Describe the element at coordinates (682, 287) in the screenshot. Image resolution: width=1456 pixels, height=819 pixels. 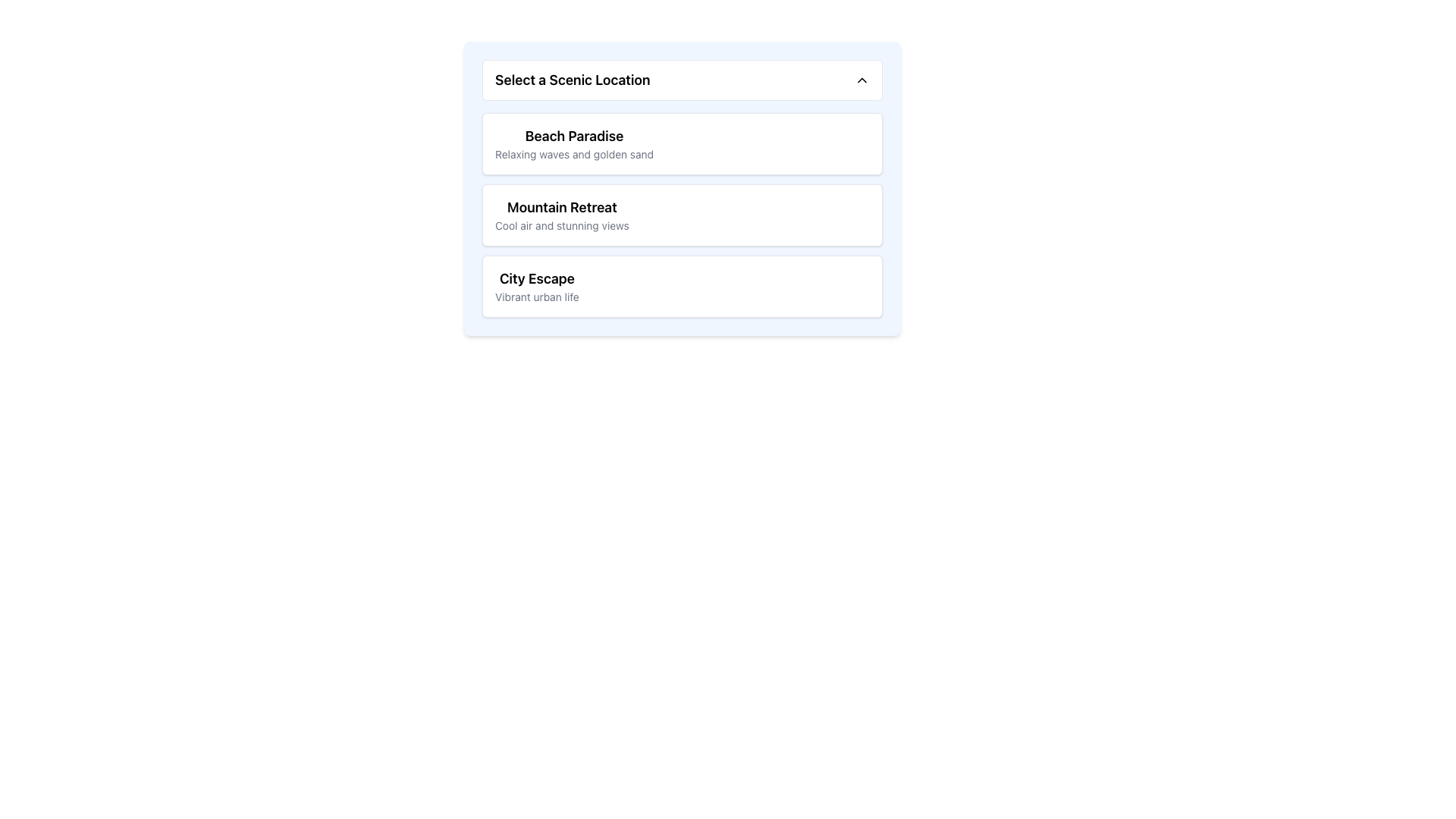
I see `on the third selectable option labeled 'City Escape'` at that location.